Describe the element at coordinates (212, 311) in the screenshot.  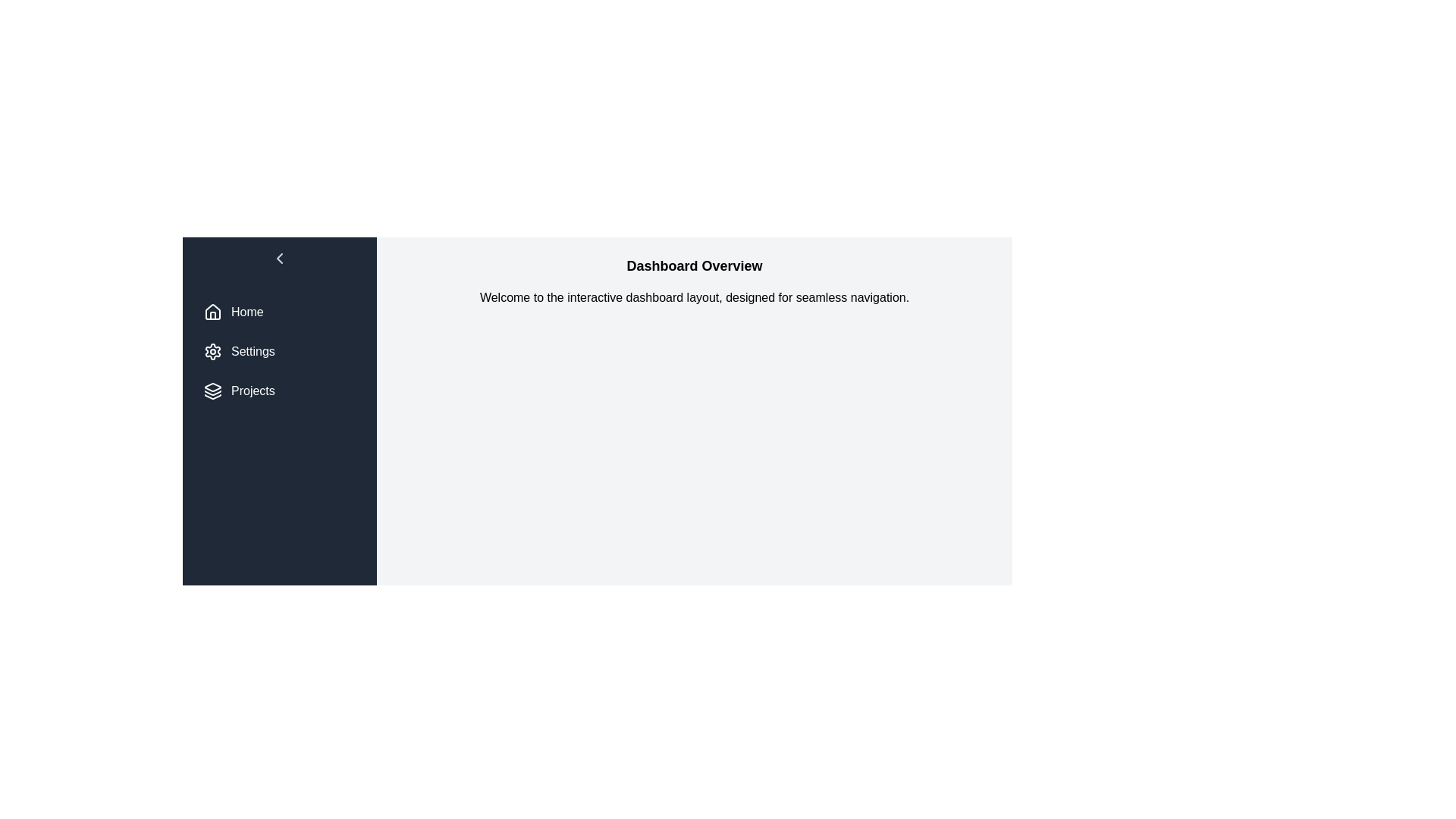
I see `the 'Home' icon in the vertical navigation bar on the left side of the interface, which is positioned above 'Settings' and 'Projects'` at that location.